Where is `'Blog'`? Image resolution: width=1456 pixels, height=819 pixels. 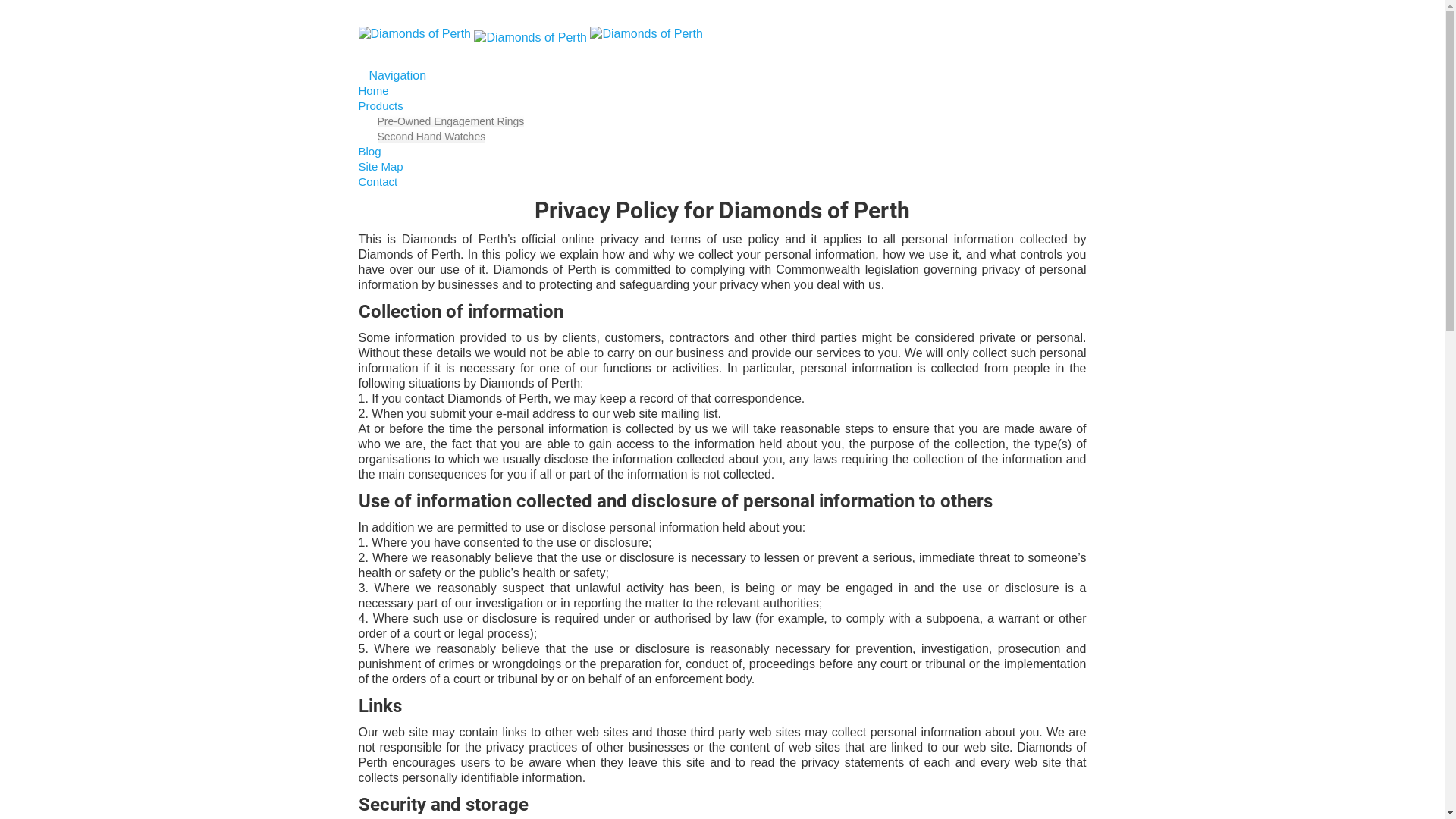
'Blog' is located at coordinates (369, 151).